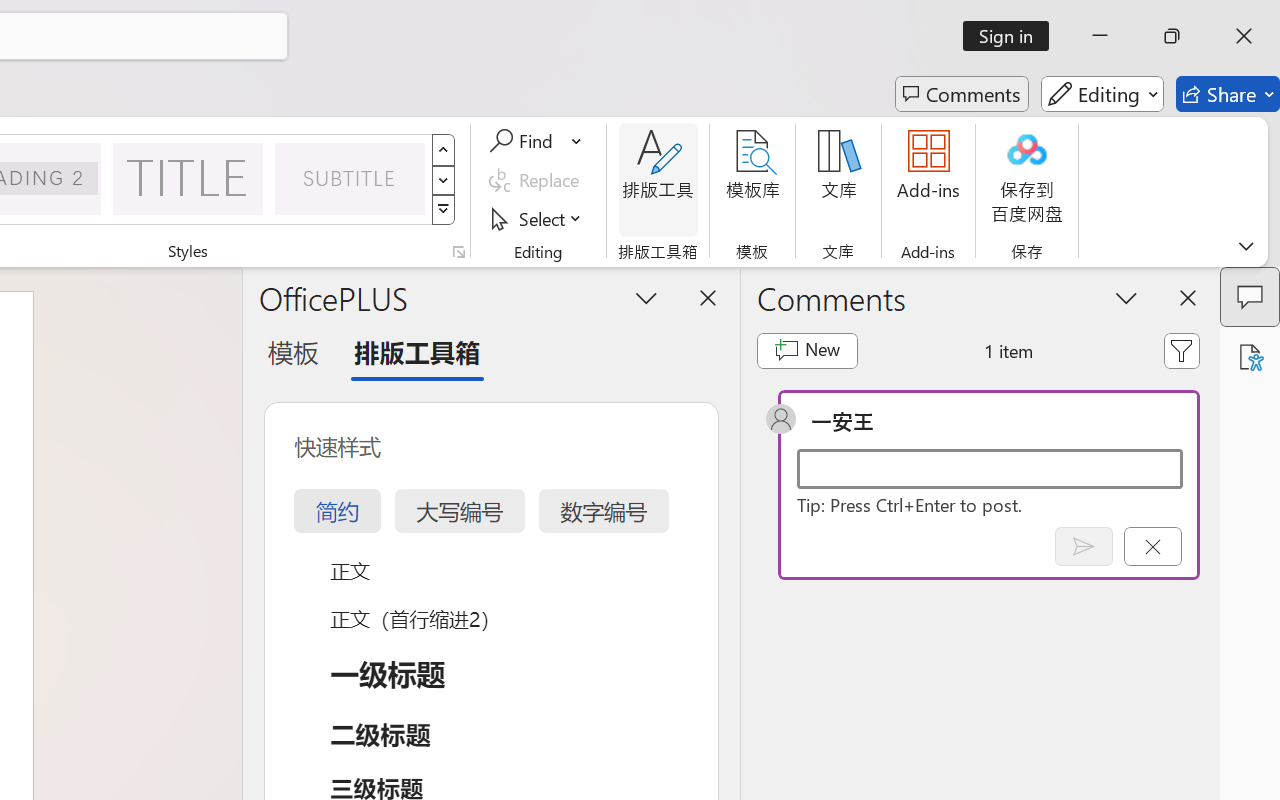  I want to click on 'Title', so click(188, 177).